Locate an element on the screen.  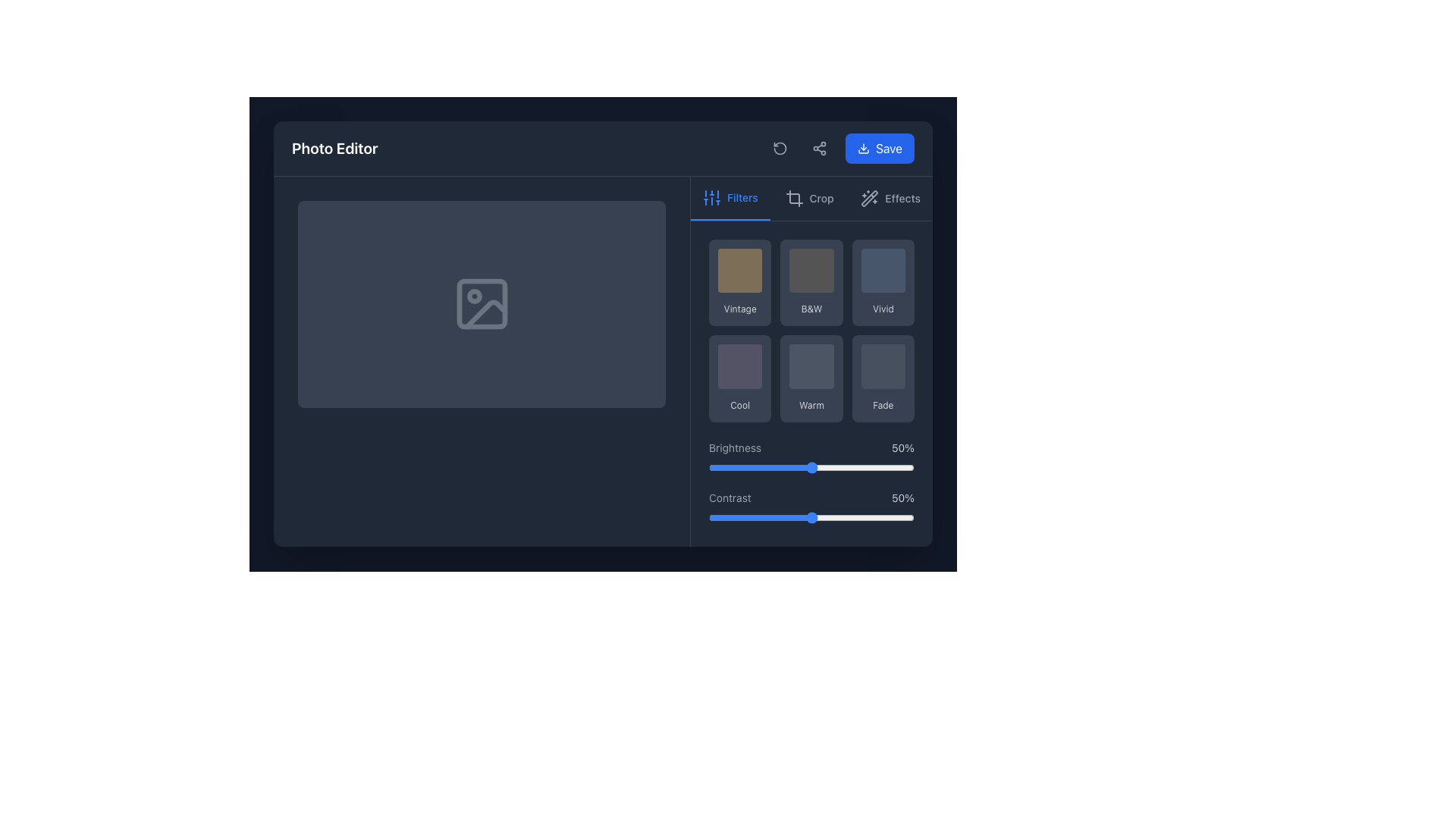
the contrast is located at coordinates (808, 516).